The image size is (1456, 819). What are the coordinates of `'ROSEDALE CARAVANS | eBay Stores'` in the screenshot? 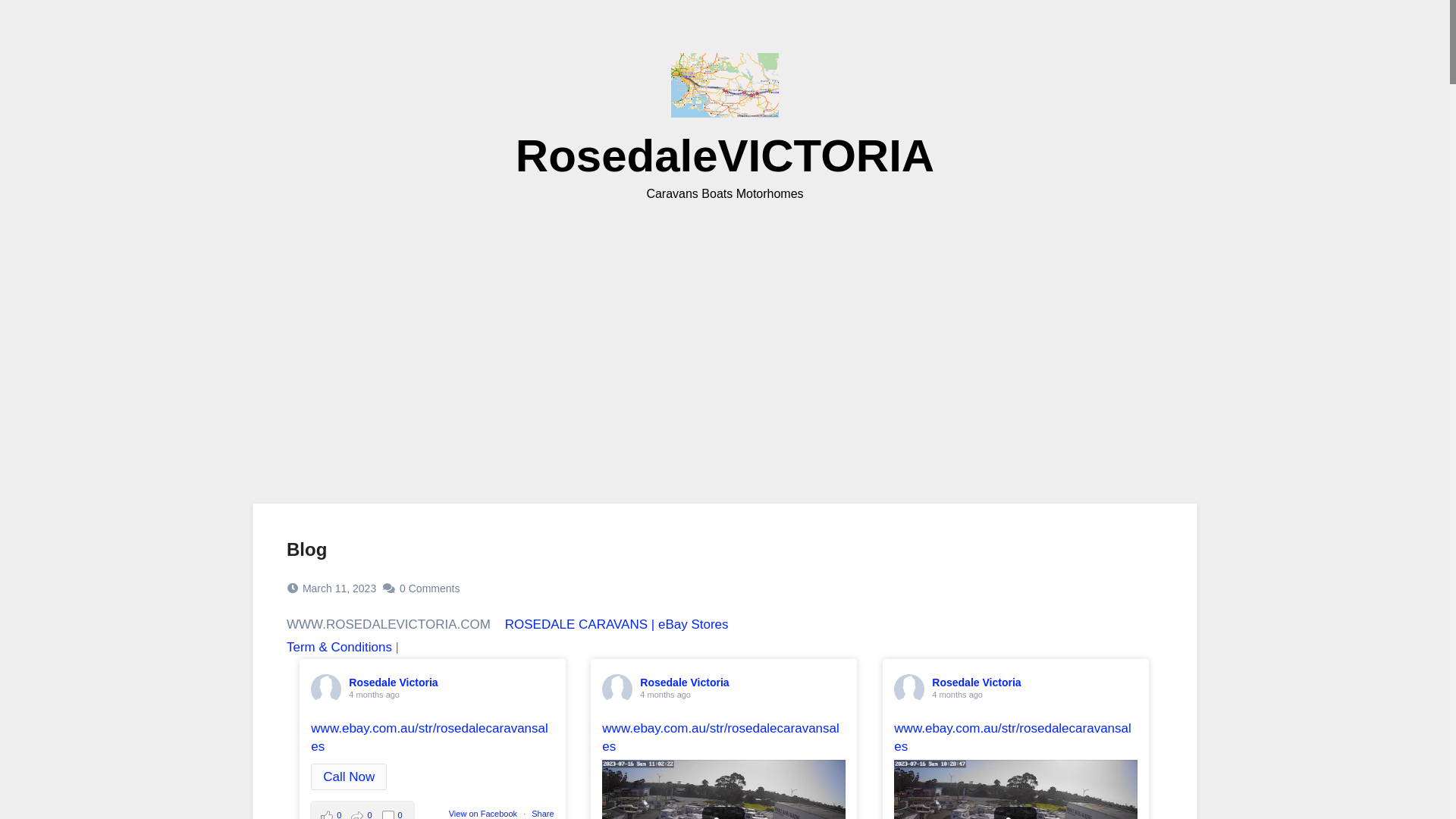 It's located at (617, 624).